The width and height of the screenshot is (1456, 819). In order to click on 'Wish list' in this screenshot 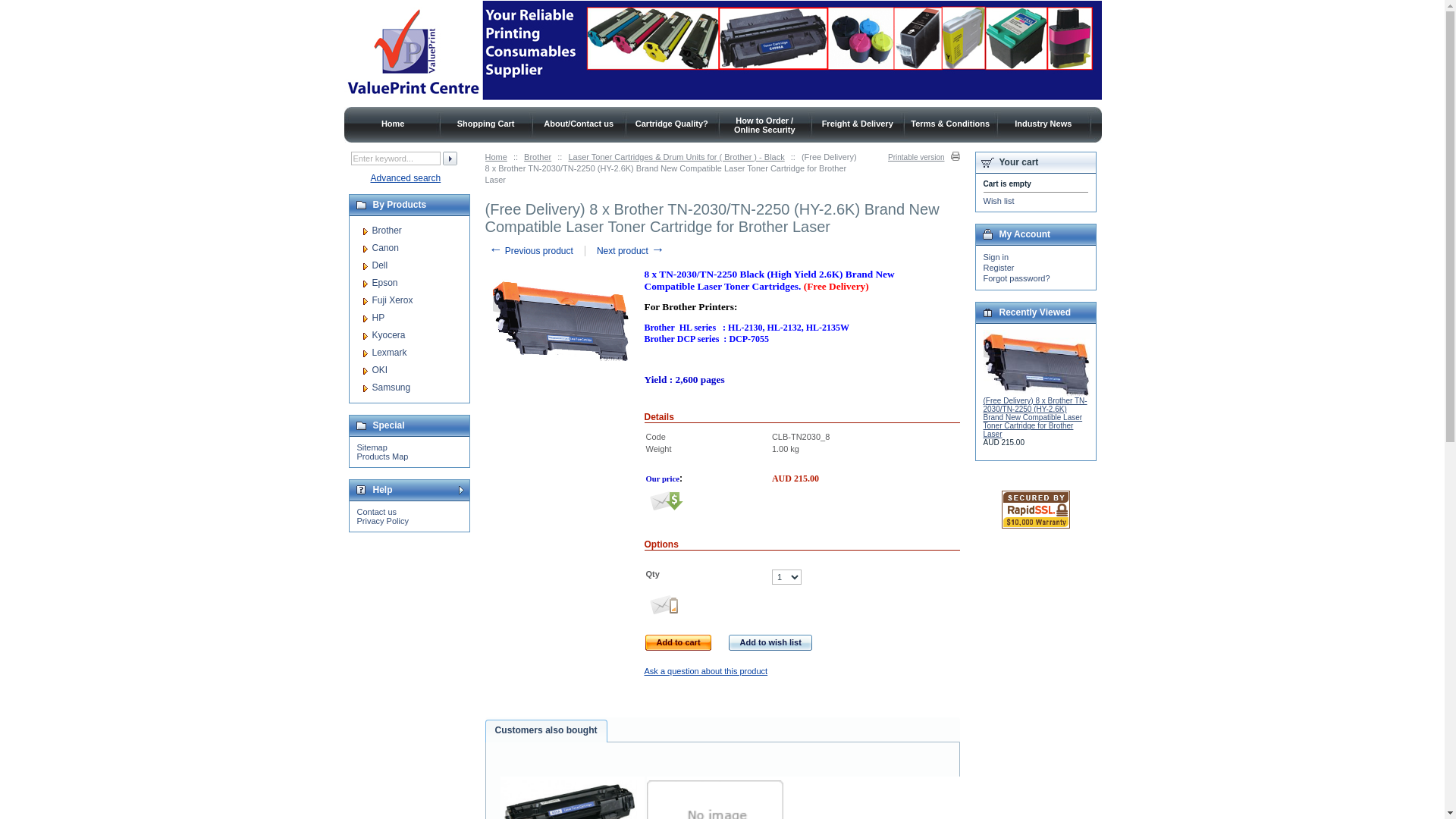, I will do `click(983, 200)`.